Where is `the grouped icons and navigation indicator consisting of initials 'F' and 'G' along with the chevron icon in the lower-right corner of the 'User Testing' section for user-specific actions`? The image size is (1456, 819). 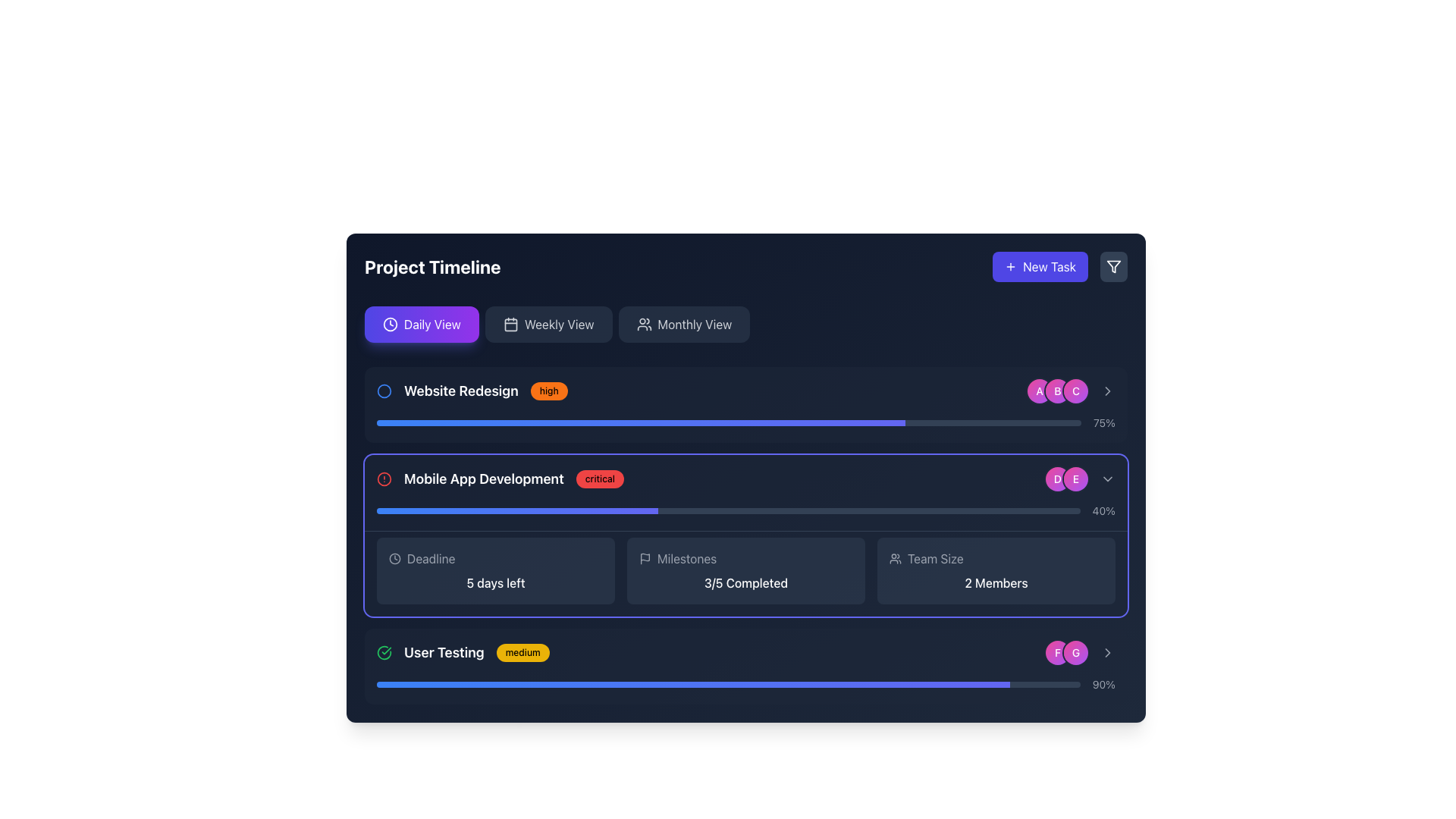 the grouped icons and navigation indicator consisting of initials 'F' and 'G' along with the chevron icon in the lower-right corner of the 'User Testing' section for user-specific actions is located at coordinates (1080, 651).